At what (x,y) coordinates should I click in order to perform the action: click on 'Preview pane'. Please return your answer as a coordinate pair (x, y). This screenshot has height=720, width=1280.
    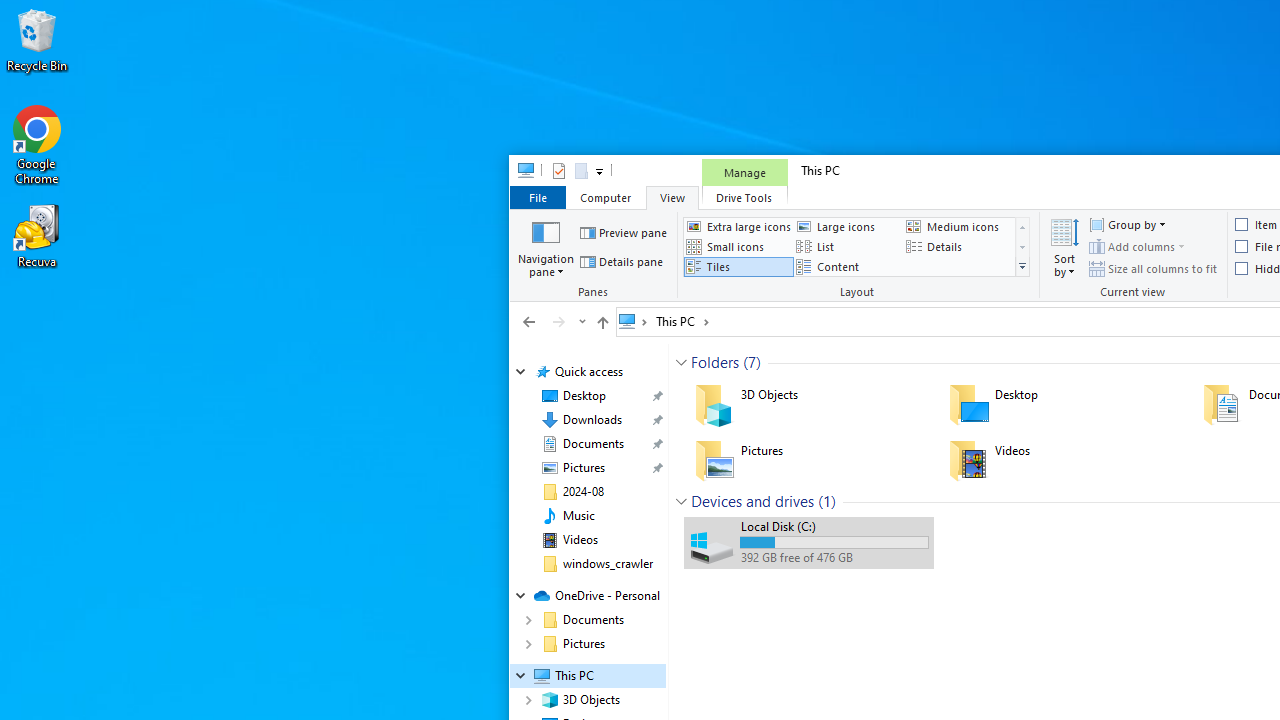
    Looking at the image, I should click on (623, 231).